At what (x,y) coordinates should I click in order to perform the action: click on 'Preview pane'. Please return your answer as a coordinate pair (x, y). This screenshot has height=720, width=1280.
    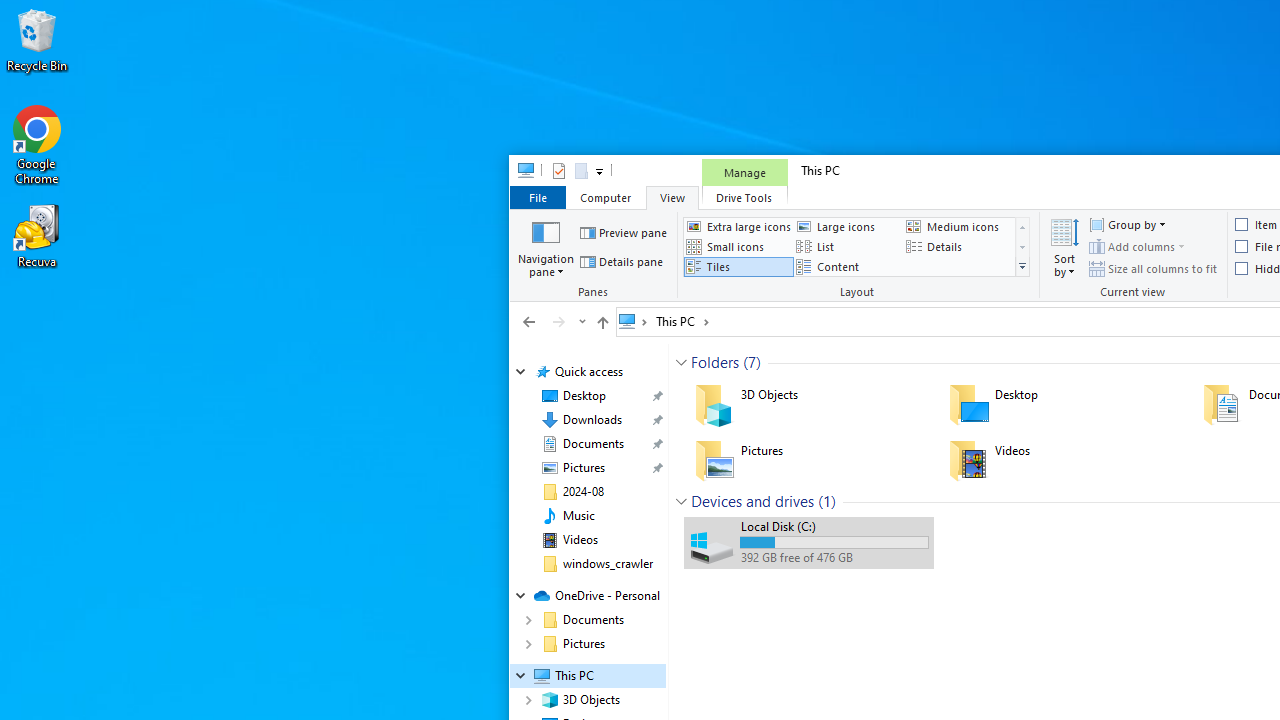
    Looking at the image, I should click on (623, 231).